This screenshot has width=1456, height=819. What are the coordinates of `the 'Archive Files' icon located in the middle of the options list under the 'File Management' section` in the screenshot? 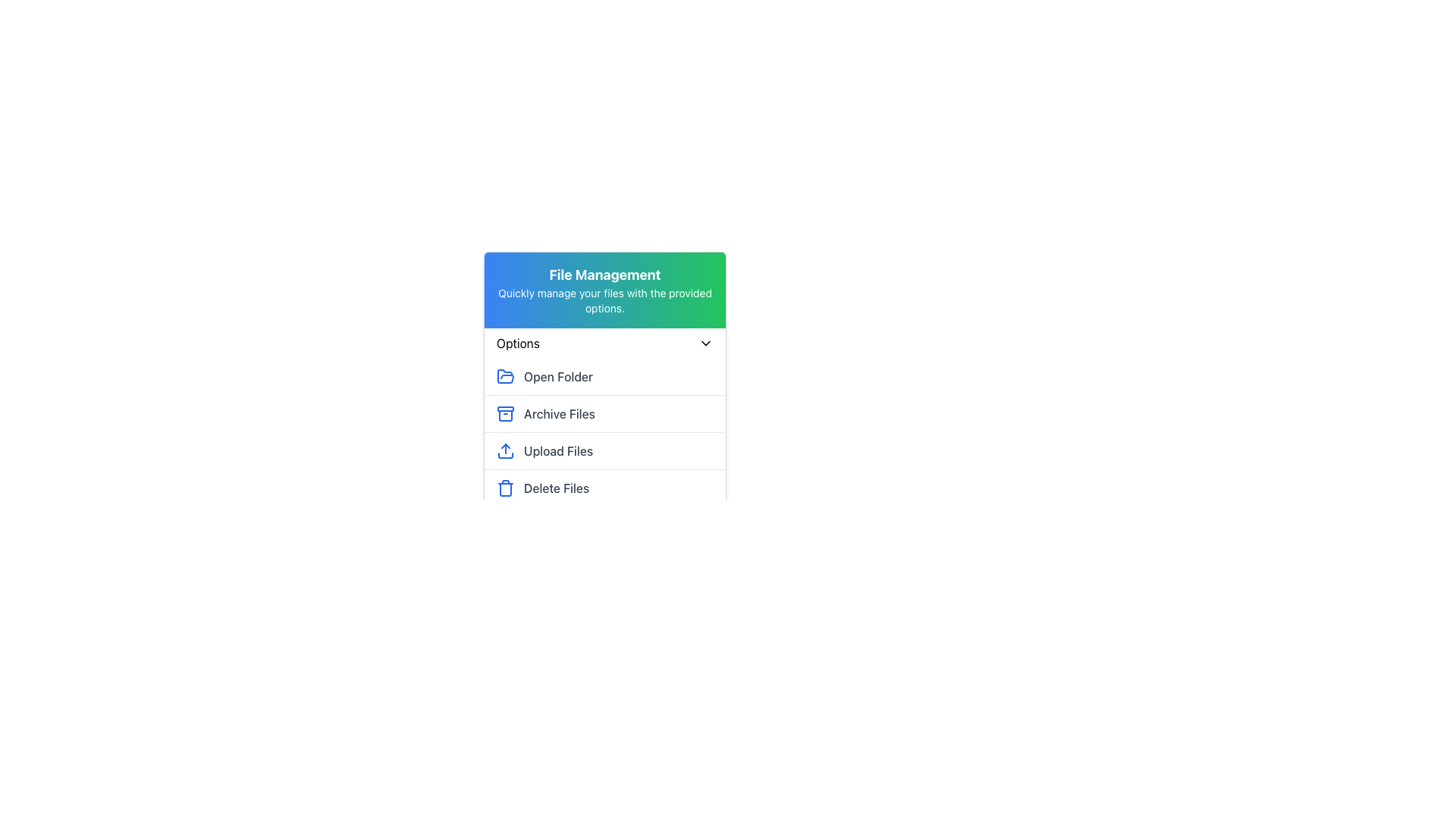 It's located at (506, 414).